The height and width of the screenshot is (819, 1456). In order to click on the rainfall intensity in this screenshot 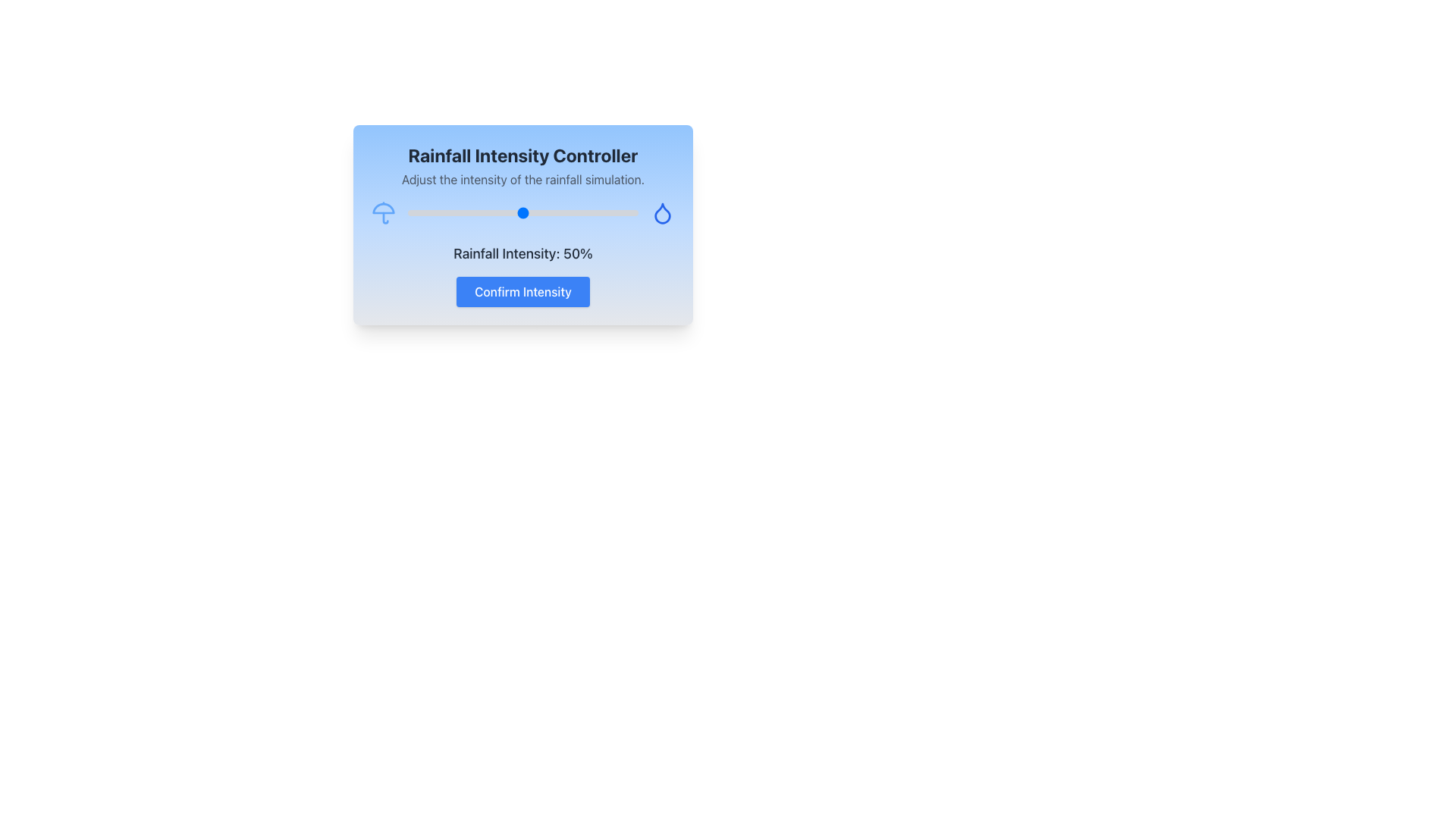, I will do `click(544, 213)`.